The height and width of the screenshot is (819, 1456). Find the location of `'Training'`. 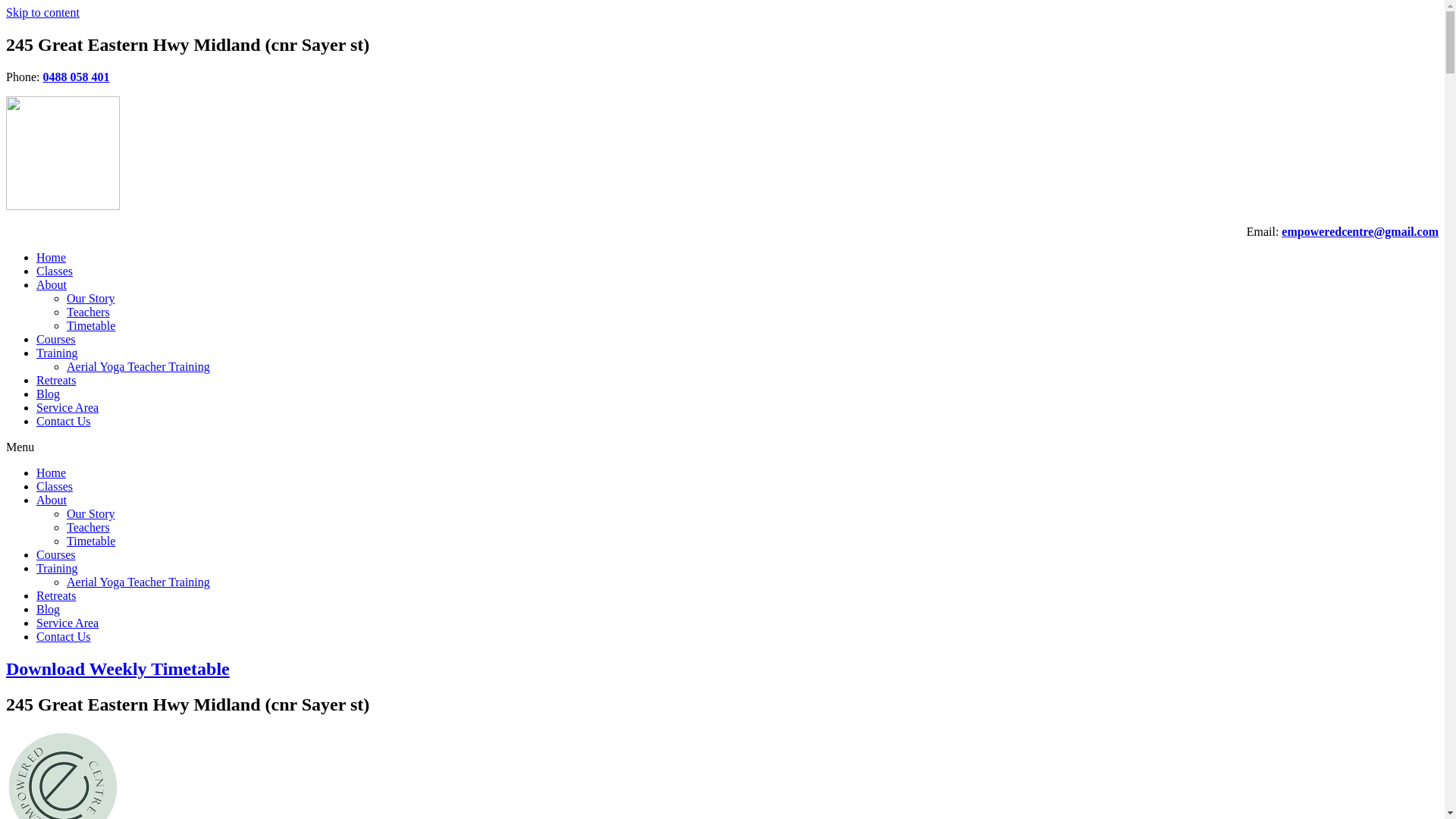

'Training' is located at coordinates (57, 353).